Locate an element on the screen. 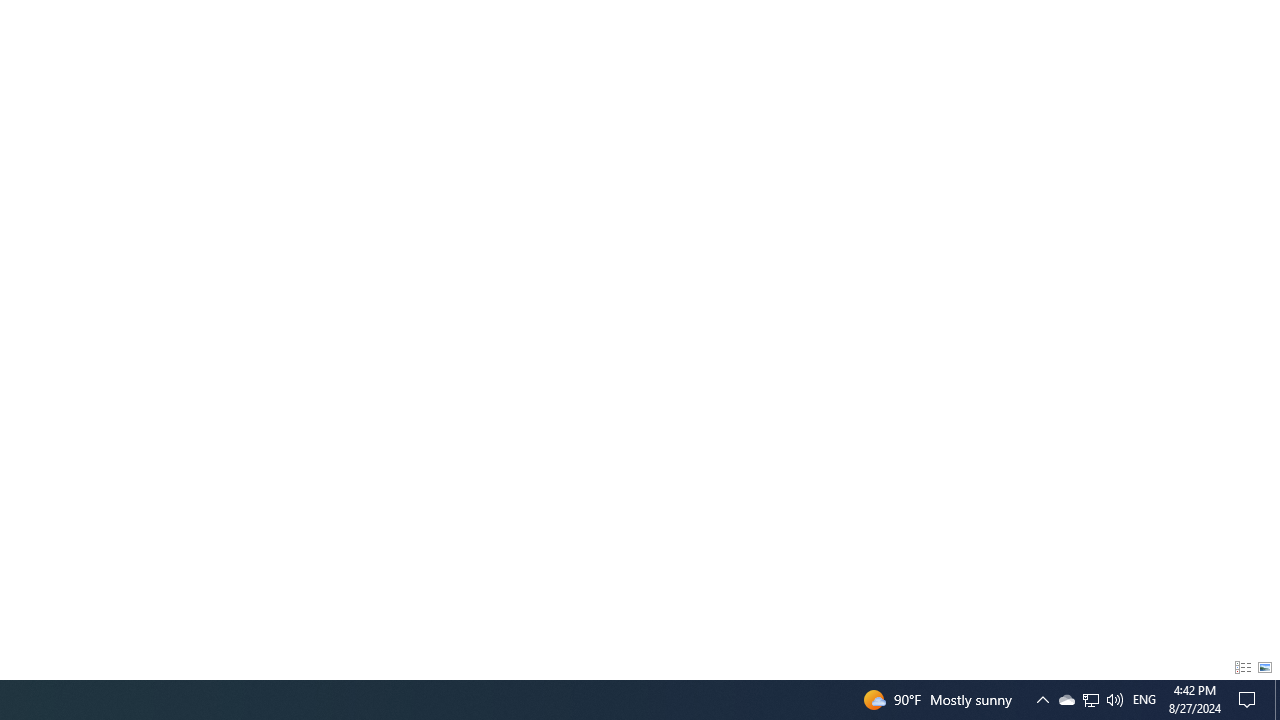 This screenshot has width=1280, height=720. 'Large Icons' is located at coordinates (1264, 668).